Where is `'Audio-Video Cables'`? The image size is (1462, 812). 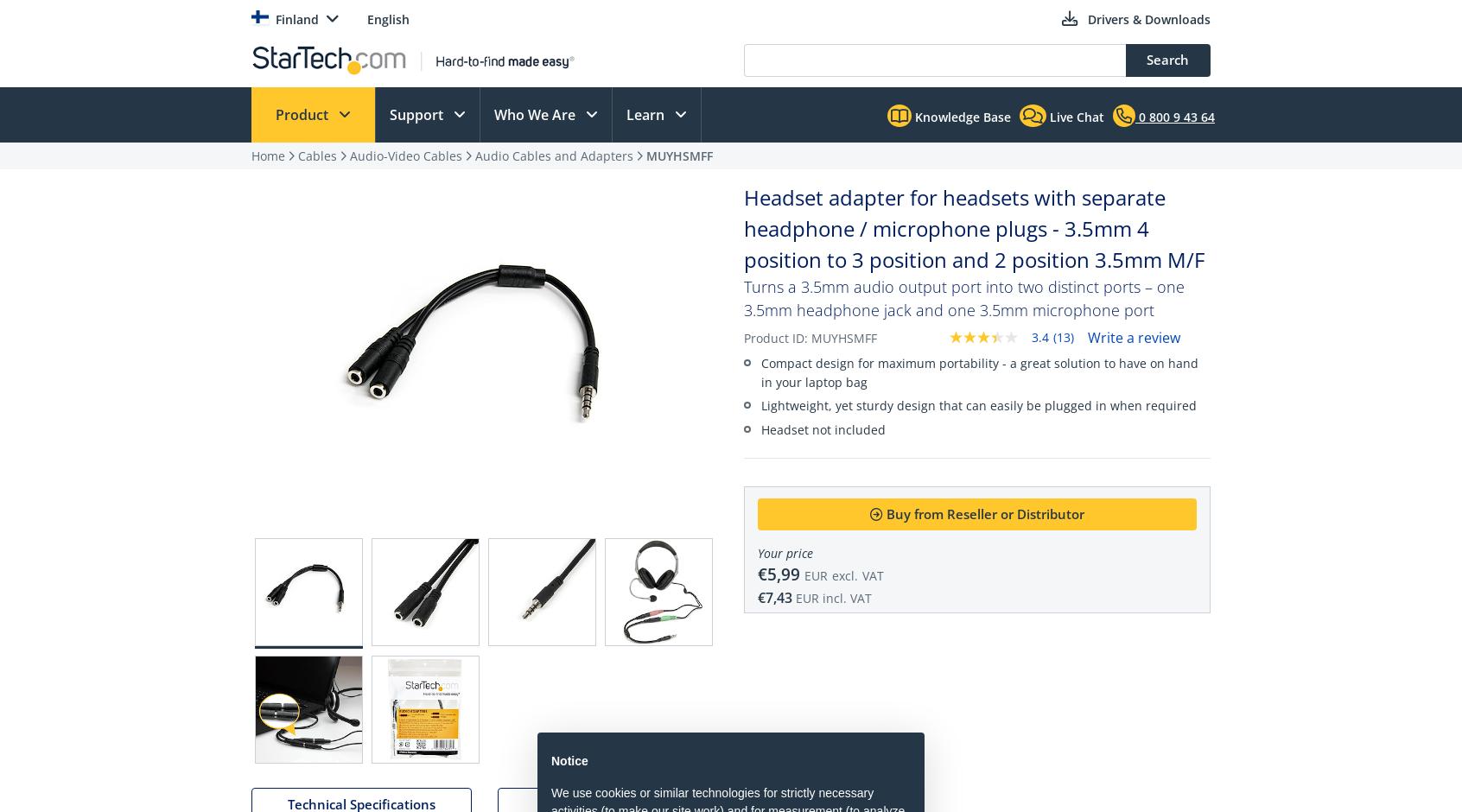 'Audio-Video Cables' is located at coordinates (405, 155).